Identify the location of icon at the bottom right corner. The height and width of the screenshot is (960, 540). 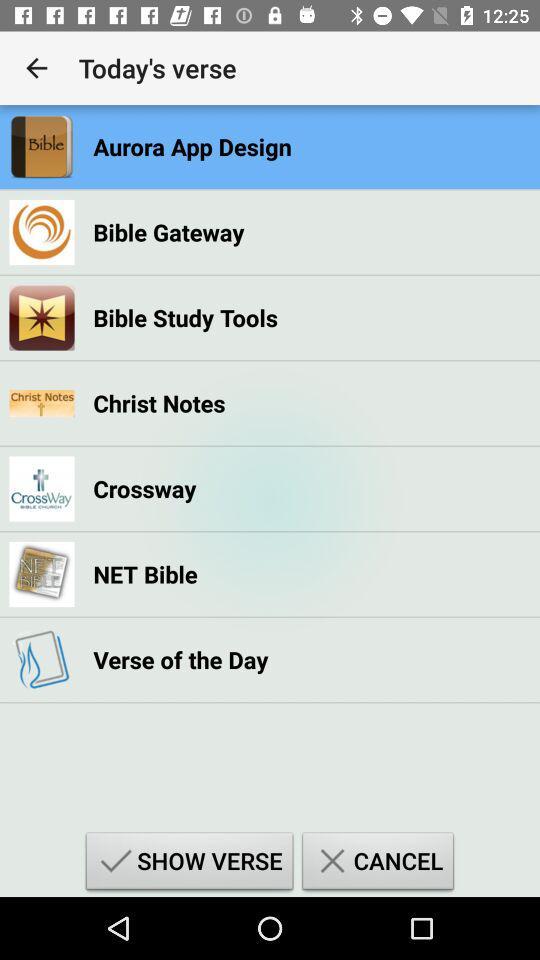
(378, 863).